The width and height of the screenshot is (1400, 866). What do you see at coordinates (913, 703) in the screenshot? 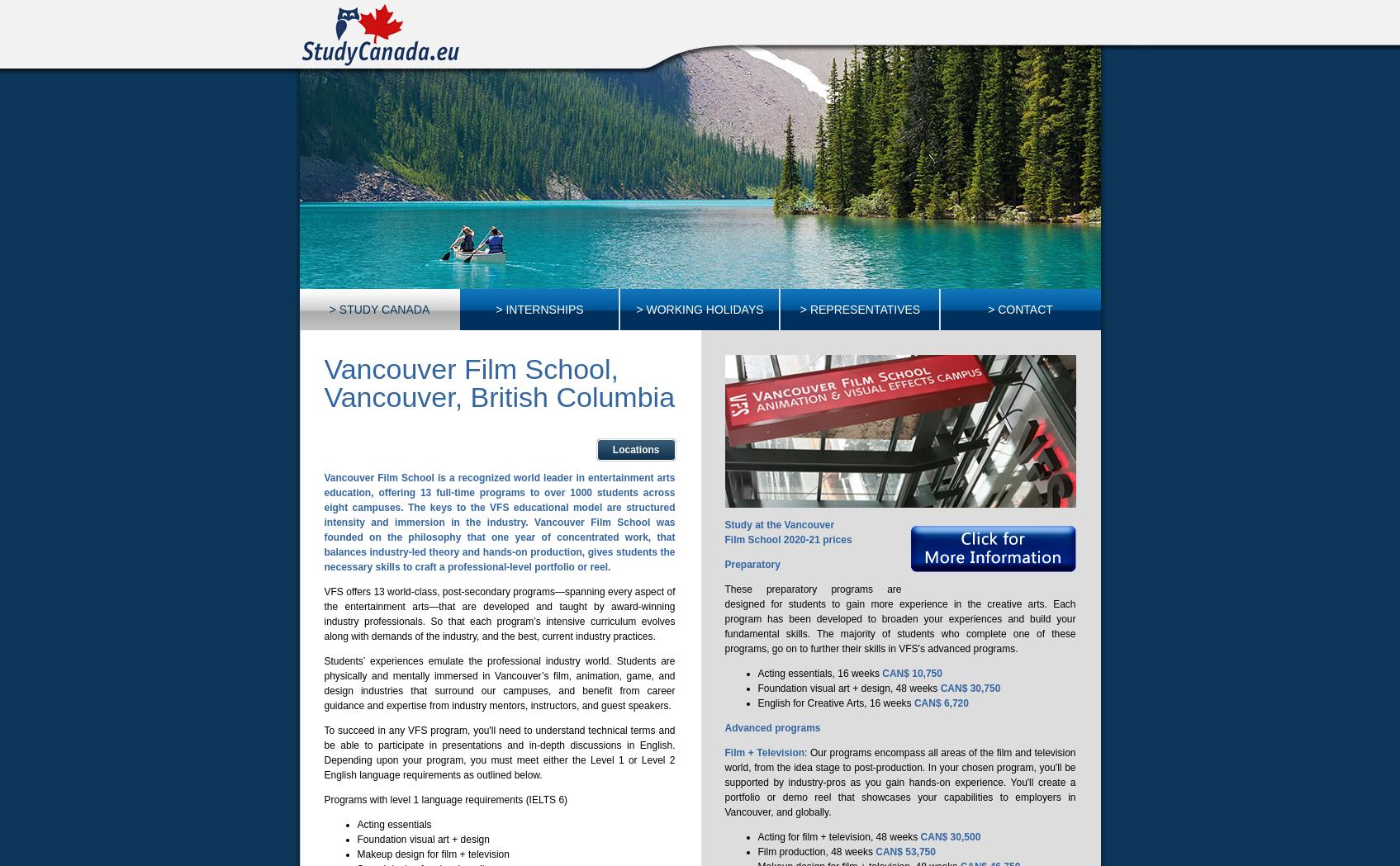
I see `'CAN$ 6,720'` at bounding box center [913, 703].